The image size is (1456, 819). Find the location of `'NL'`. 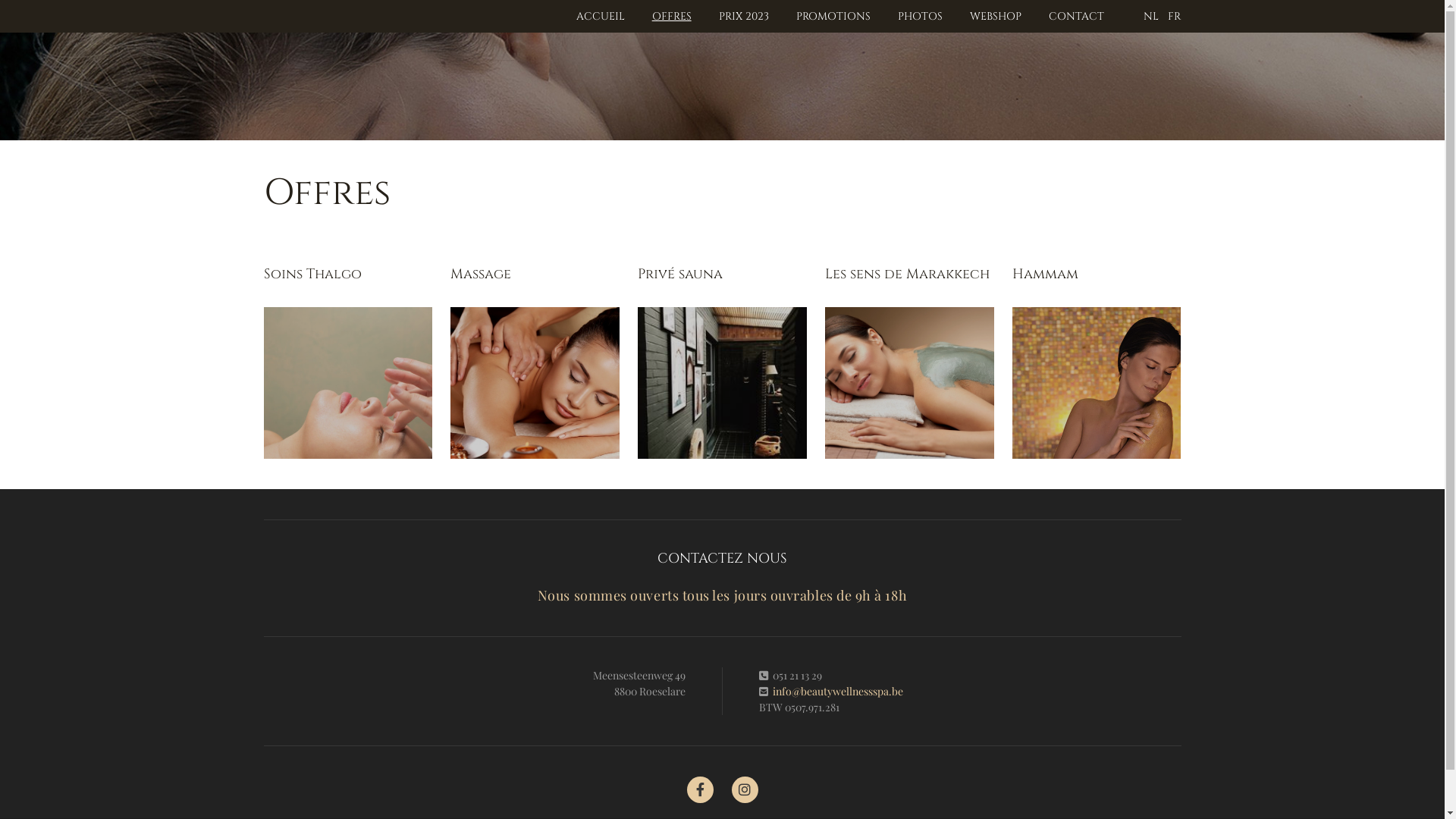

'NL' is located at coordinates (1150, 16).